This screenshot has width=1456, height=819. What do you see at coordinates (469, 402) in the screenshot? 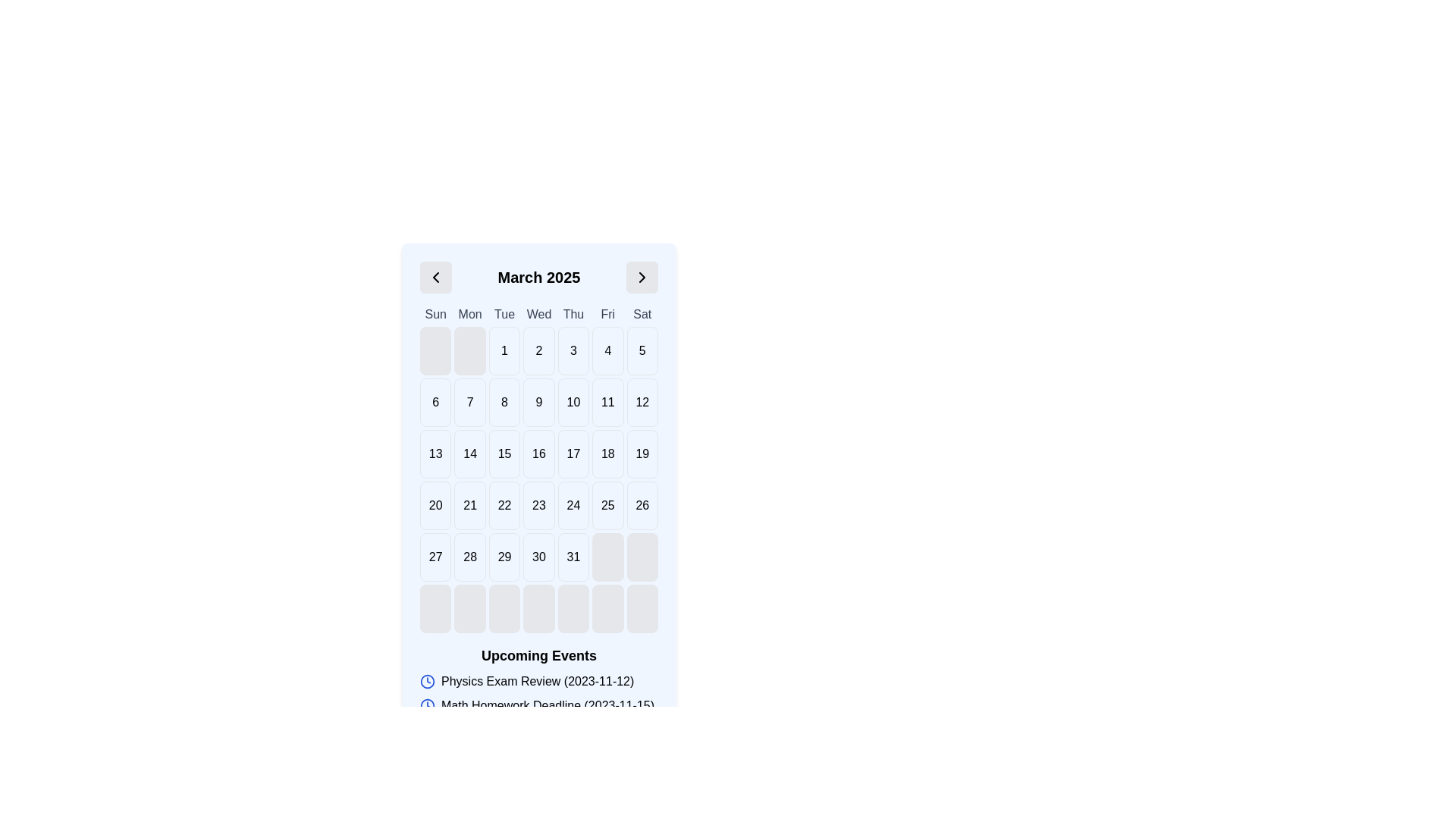
I see `on the calendar cell representing the date '7' in March 2025, located in the second row and second column of the calendar grid` at bounding box center [469, 402].